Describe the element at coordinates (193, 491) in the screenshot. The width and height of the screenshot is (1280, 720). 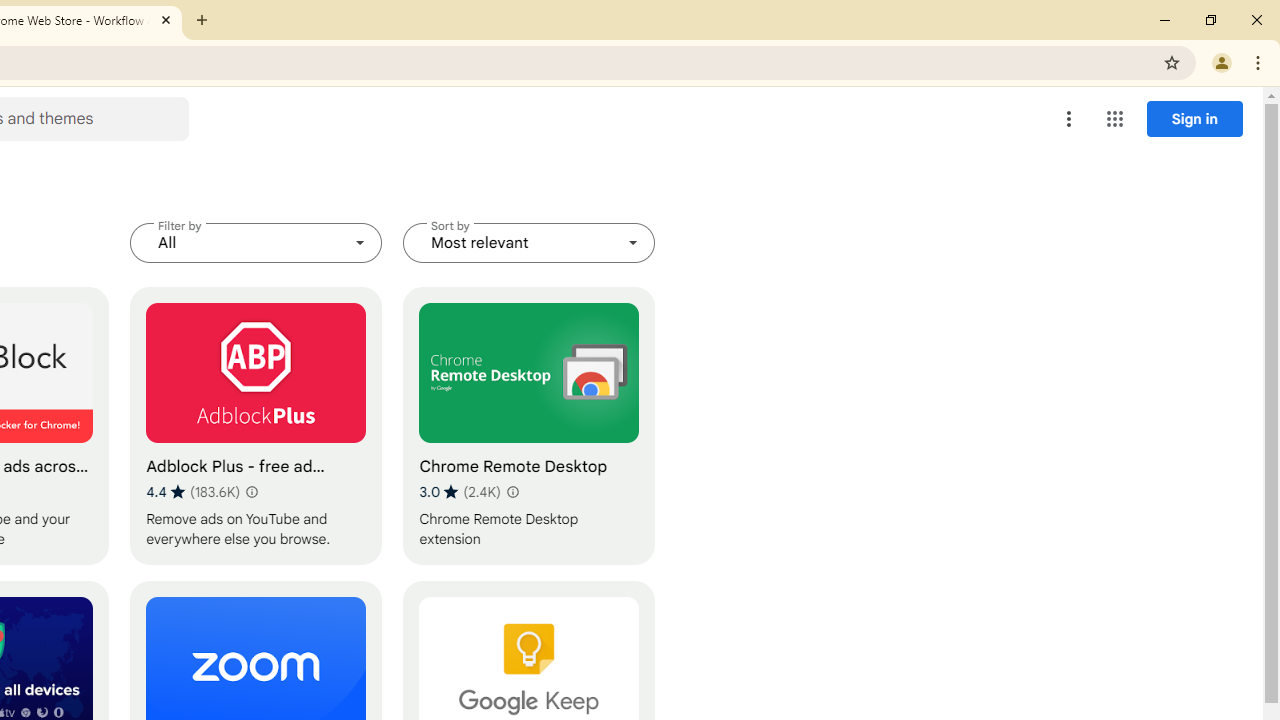
I see `'Average rating 4.4 out of 5 stars. 183.6K ratings.'` at that location.